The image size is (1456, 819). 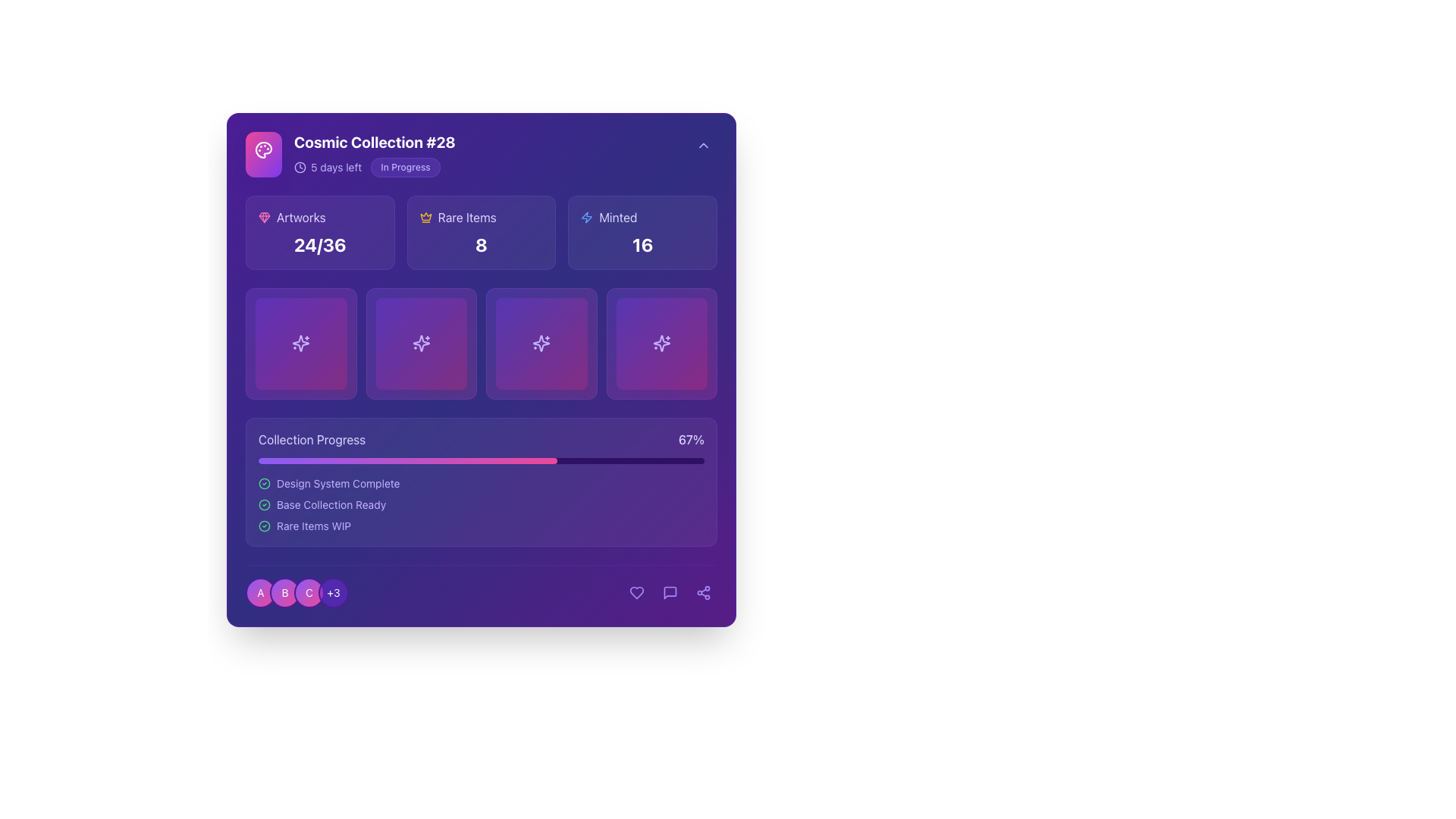 I want to click on the decorative icon located to the left of the '5 days left' label, which conveys temporal information, so click(x=300, y=167).